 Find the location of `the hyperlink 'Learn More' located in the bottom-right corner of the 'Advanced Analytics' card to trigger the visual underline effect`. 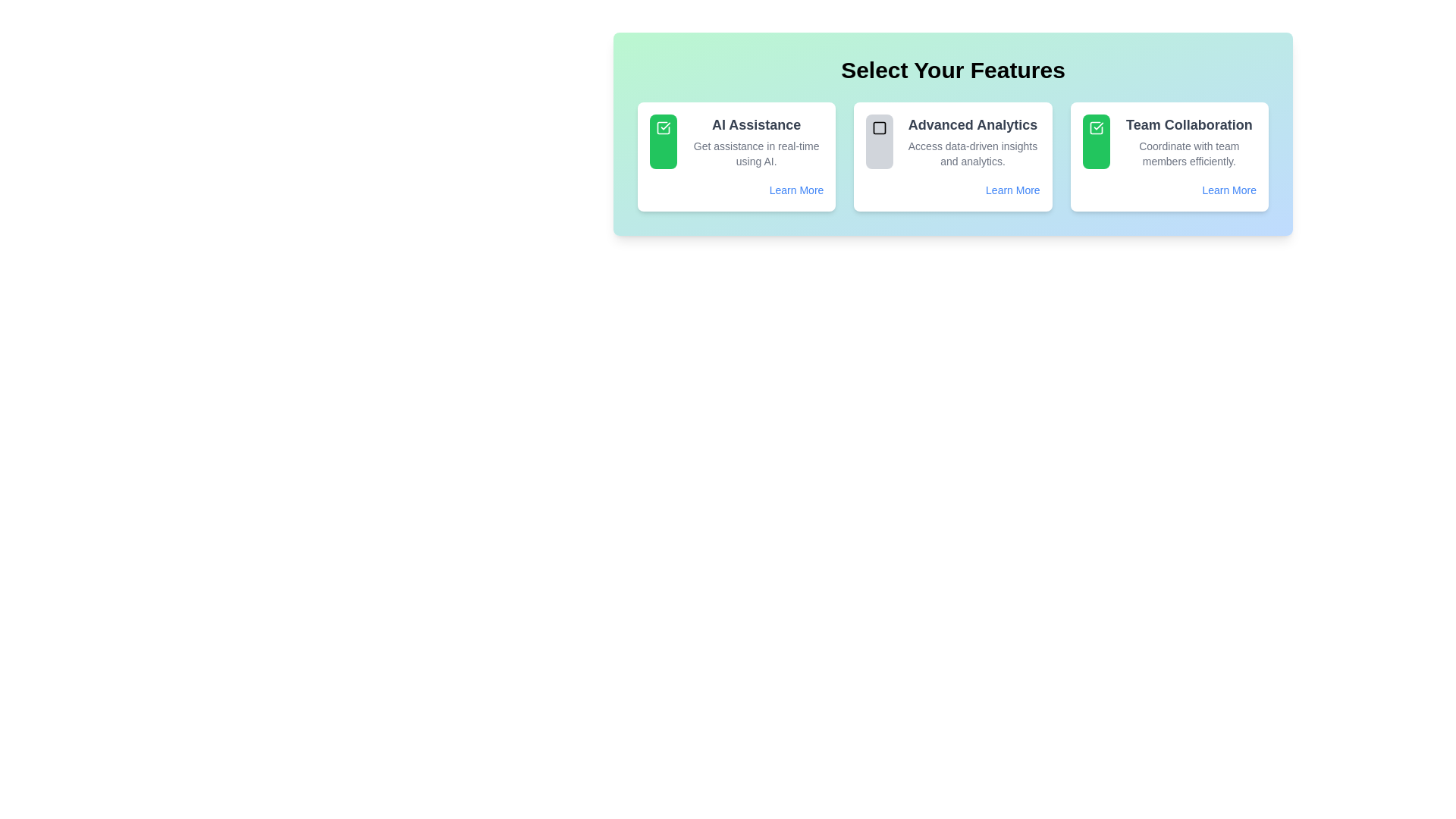

the hyperlink 'Learn More' located in the bottom-right corner of the 'Advanced Analytics' card to trigger the visual underline effect is located at coordinates (1012, 189).